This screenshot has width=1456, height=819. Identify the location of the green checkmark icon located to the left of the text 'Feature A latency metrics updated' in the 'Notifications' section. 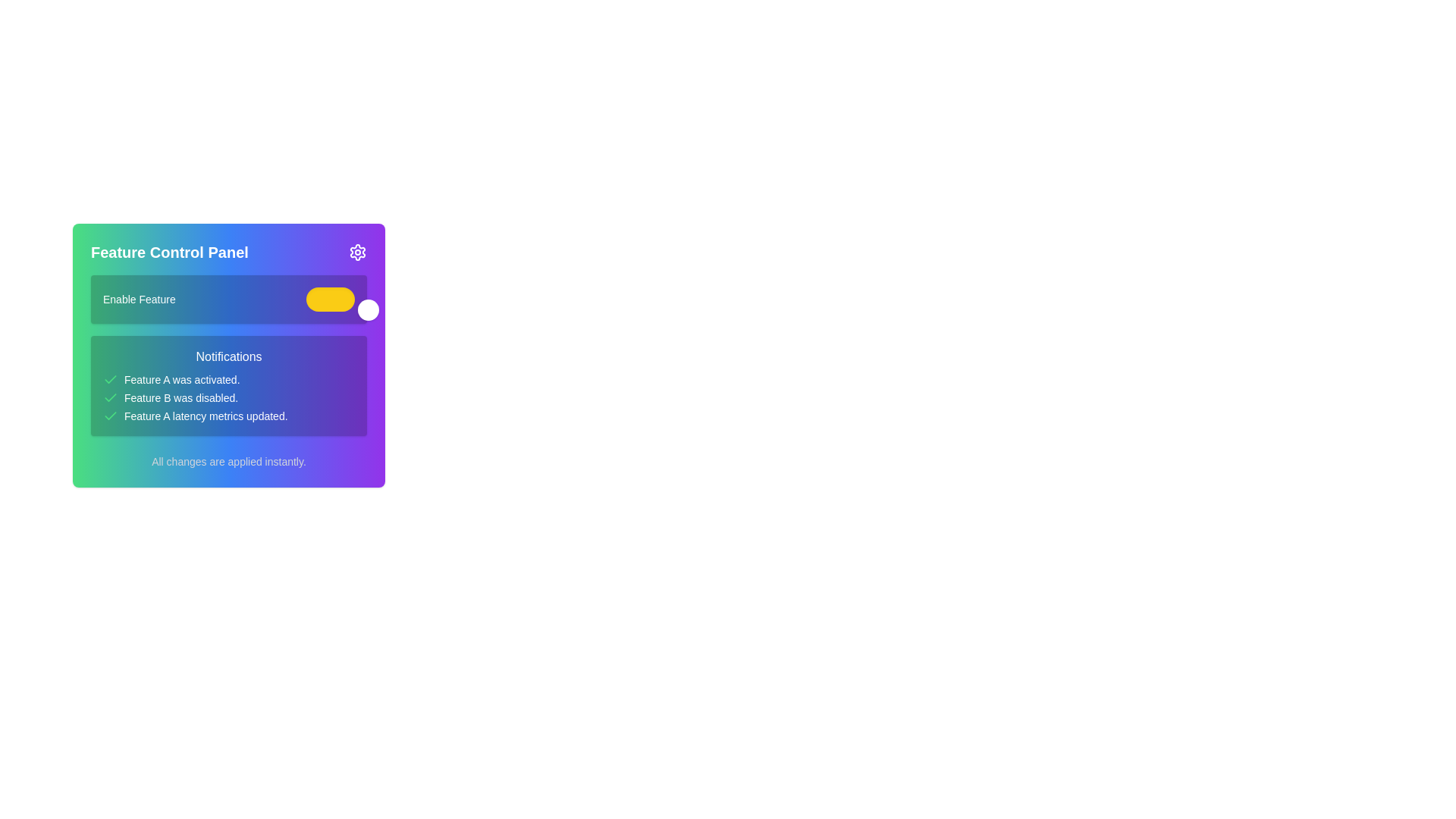
(109, 416).